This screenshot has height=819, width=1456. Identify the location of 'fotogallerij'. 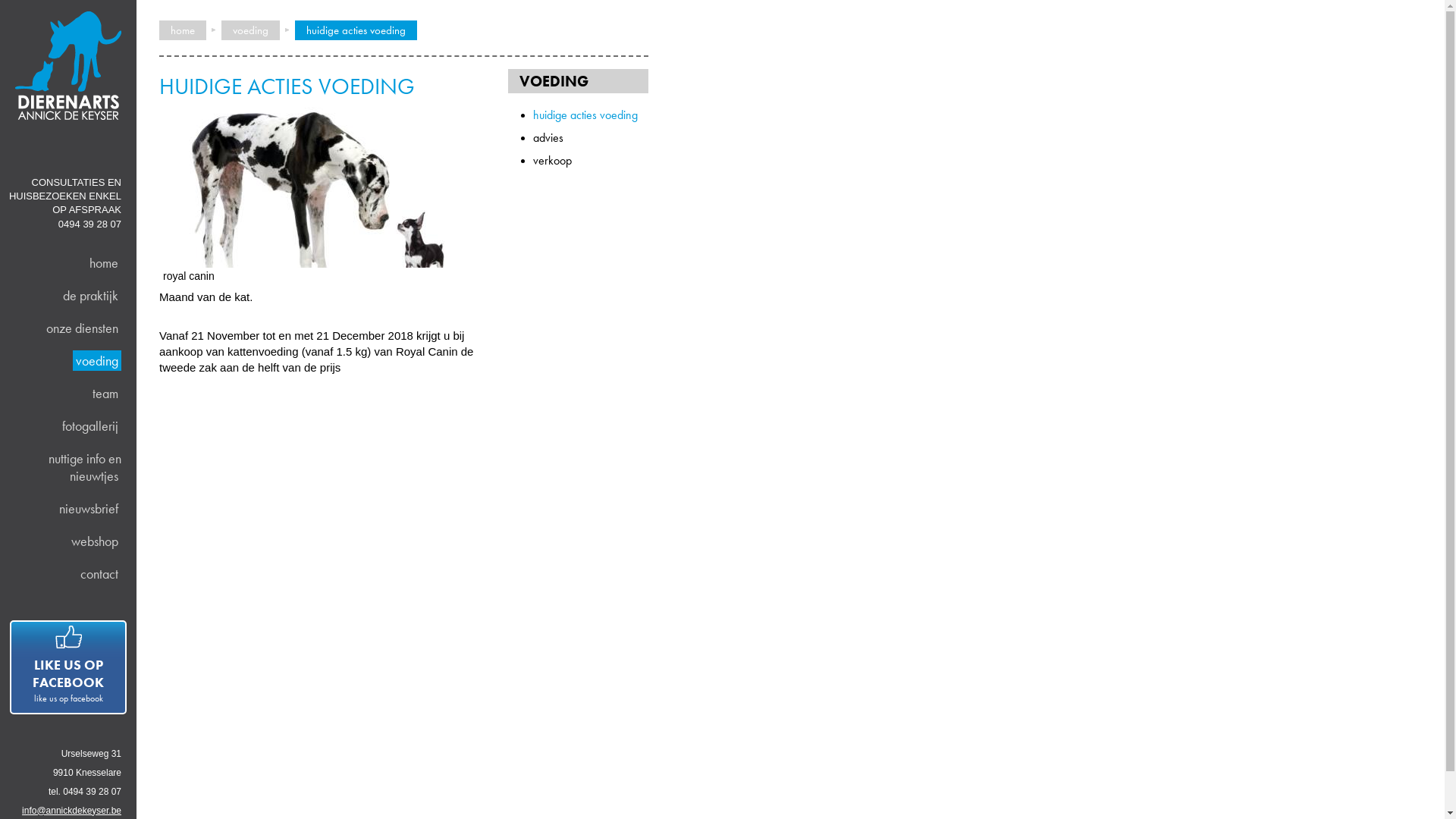
(89, 425).